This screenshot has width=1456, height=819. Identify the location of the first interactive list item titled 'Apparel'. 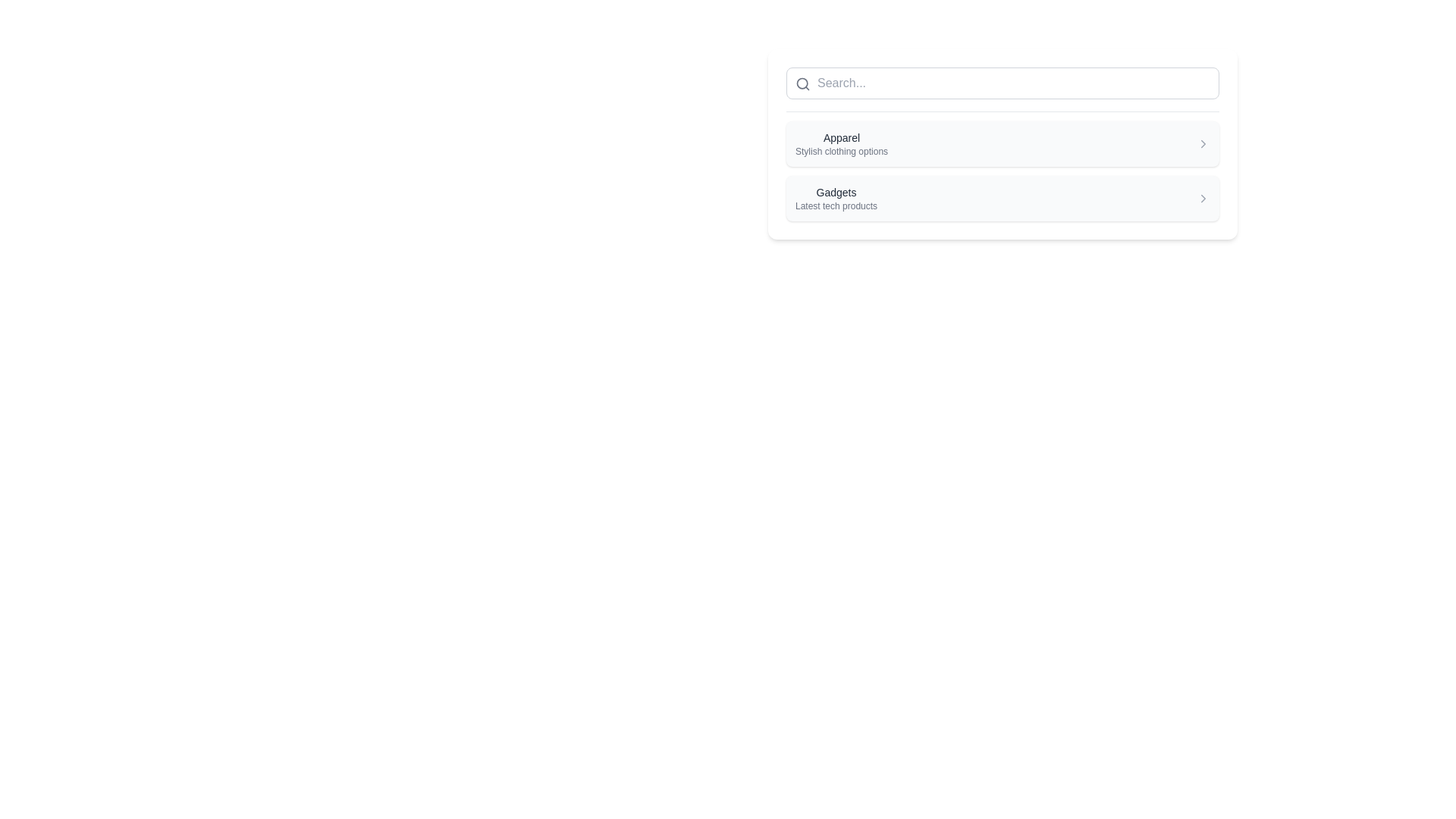
(1003, 144).